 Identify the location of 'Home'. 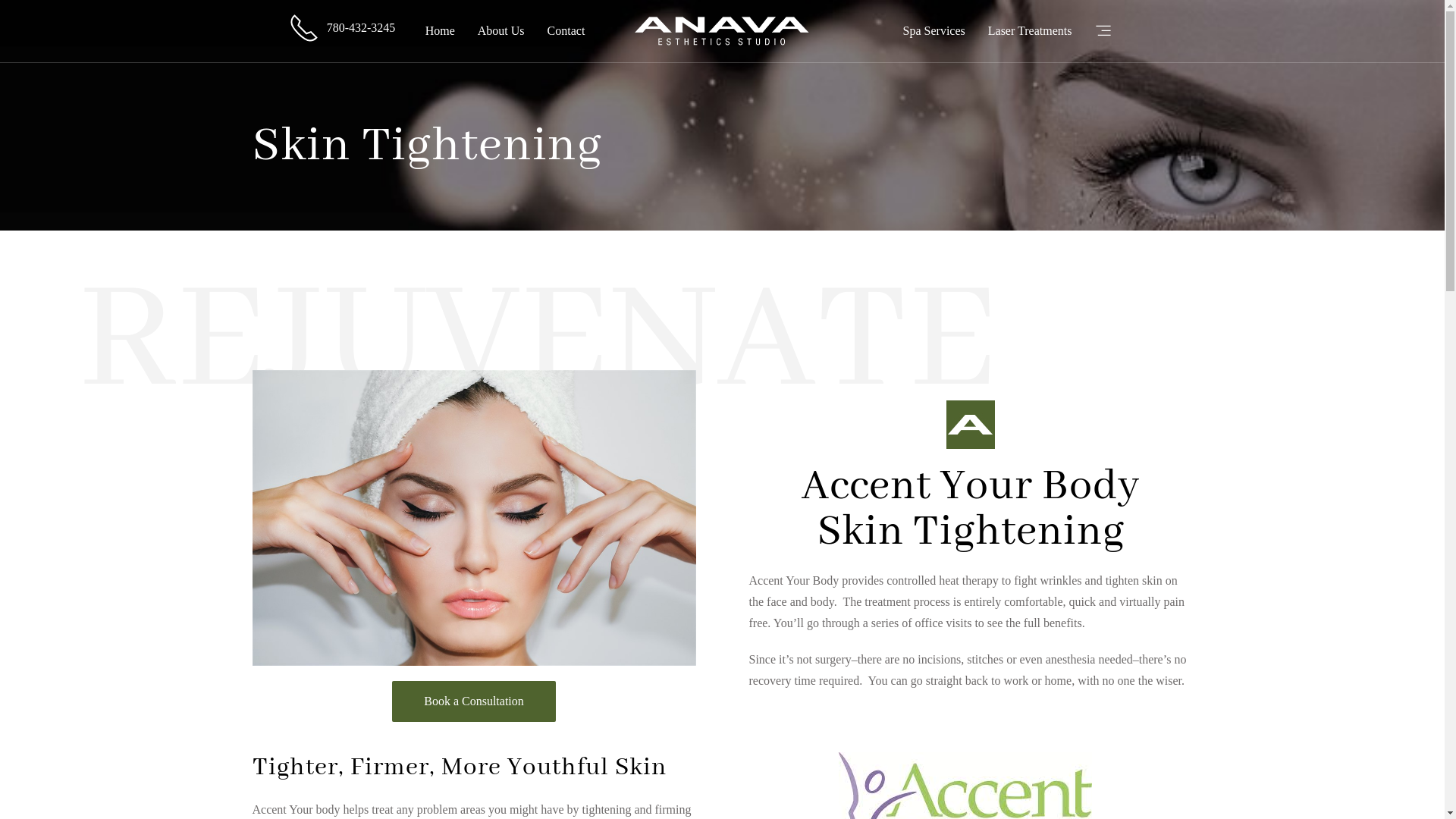
(439, 31).